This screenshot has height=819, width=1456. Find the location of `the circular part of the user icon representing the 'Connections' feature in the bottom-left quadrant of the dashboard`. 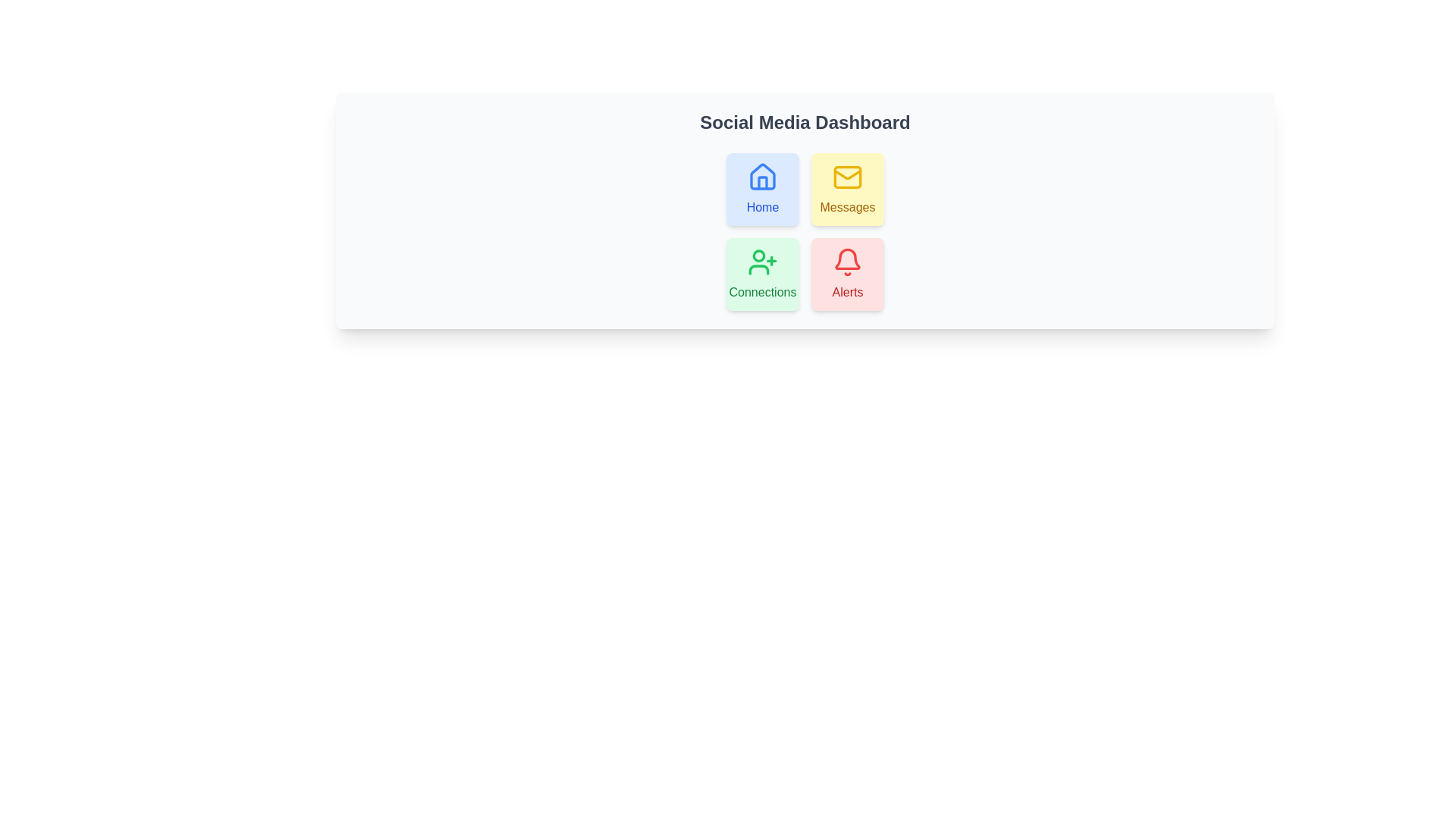

the circular part of the user icon representing the 'Connections' feature in the bottom-left quadrant of the dashboard is located at coordinates (759, 254).